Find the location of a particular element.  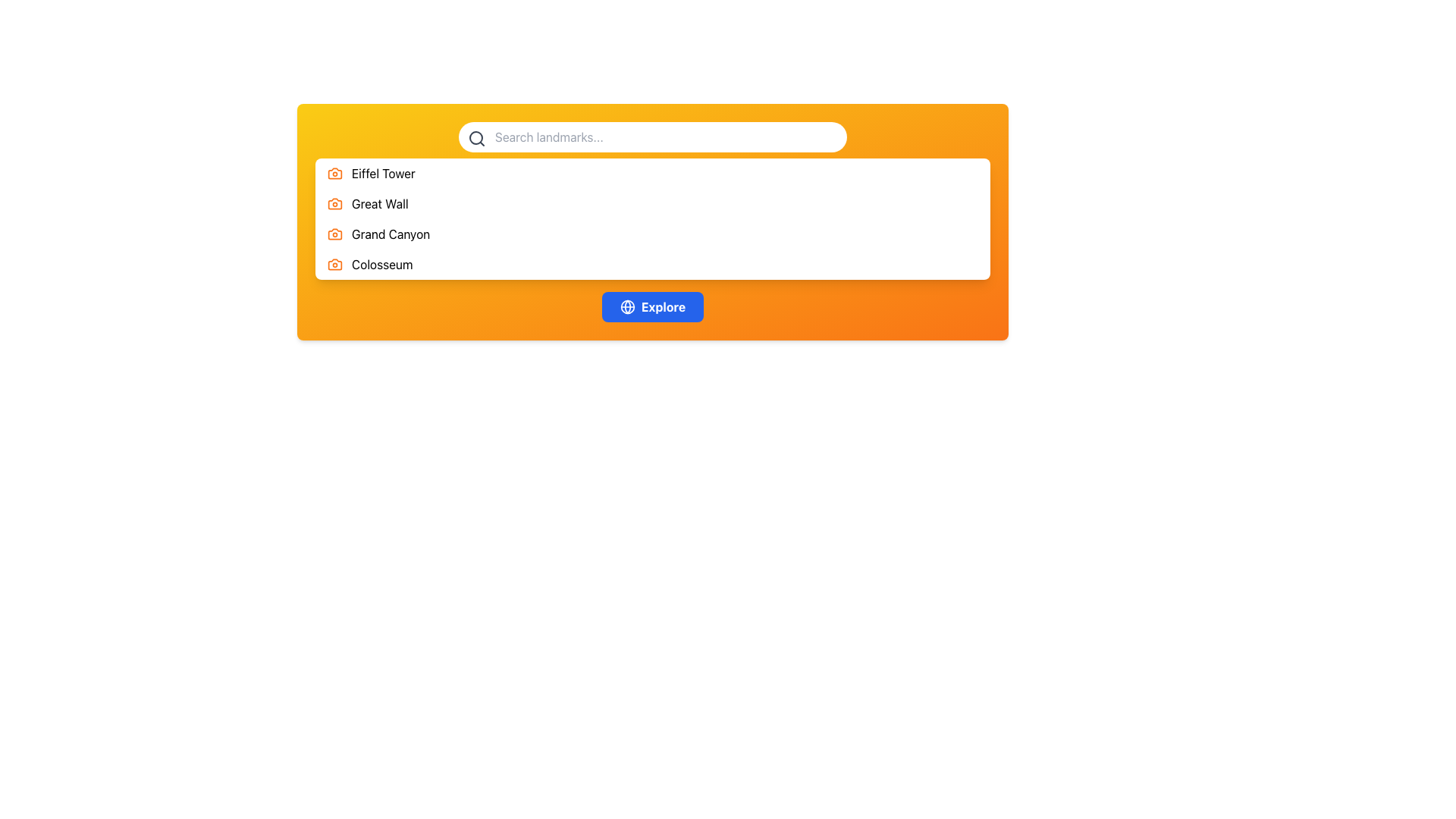

the circular outline of the globe icon located near the top right of the main interface, adjacent to the search bar is located at coordinates (627, 307).